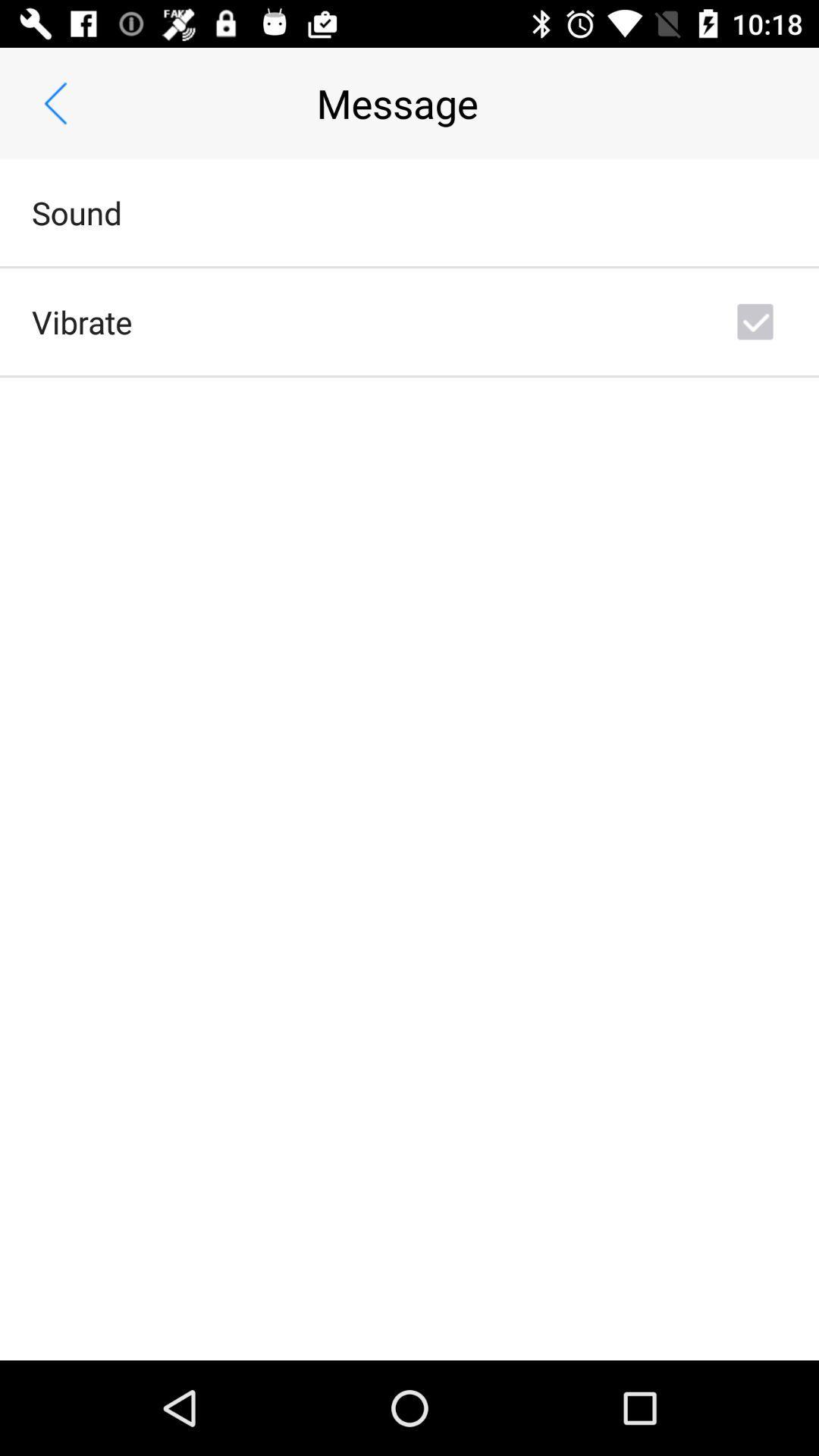  What do you see at coordinates (77, 212) in the screenshot?
I see `the icon above the vibrate item` at bounding box center [77, 212].